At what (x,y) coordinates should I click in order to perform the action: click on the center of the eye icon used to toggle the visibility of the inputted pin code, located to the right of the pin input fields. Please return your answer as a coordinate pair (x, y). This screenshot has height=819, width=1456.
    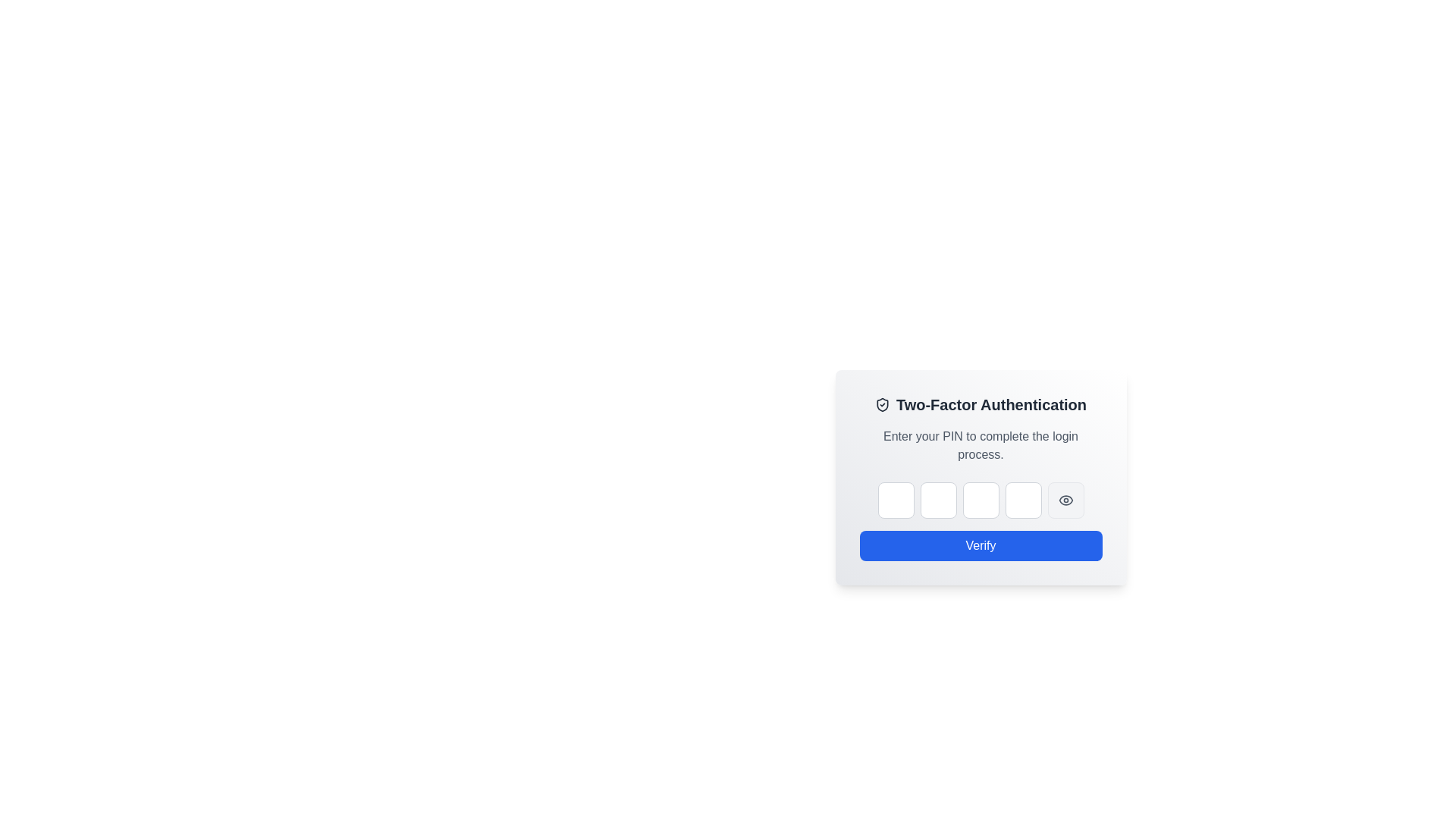
    Looking at the image, I should click on (1065, 500).